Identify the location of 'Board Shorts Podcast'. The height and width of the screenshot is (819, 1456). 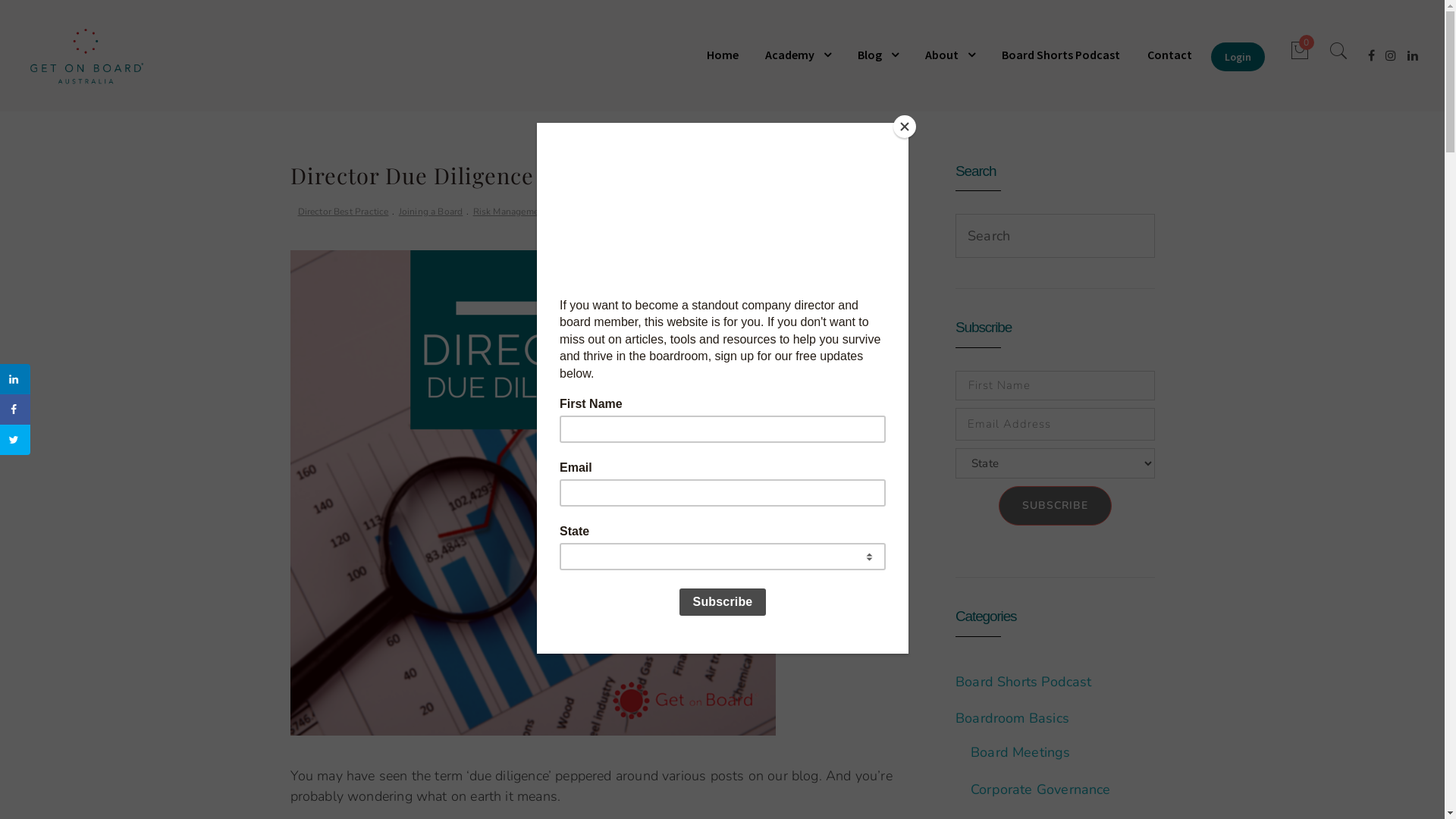
(1023, 680).